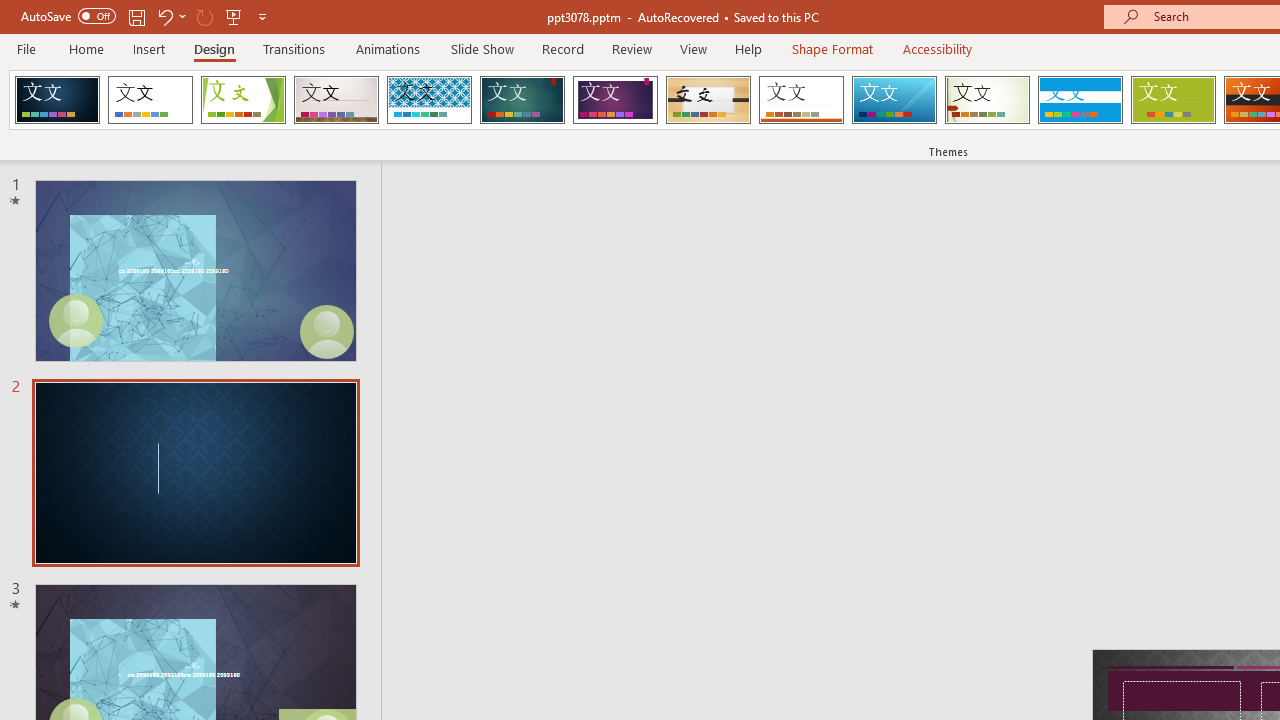 This screenshot has height=720, width=1280. Describe the element at coordinates (85, 48) in the screenshot. I see `'Home'` at that location.